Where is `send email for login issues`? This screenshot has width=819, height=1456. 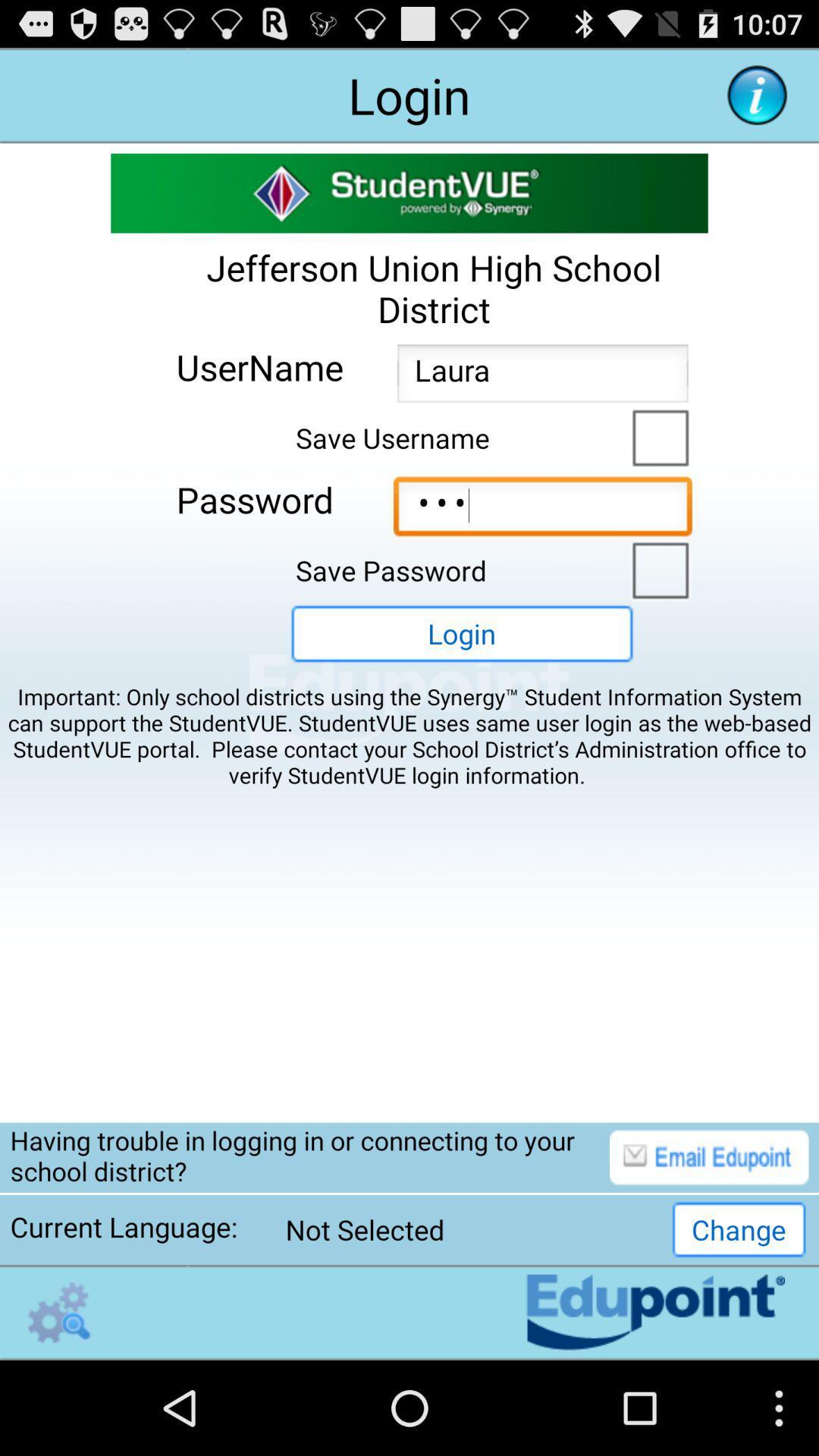
send email for login issues is located at coordinates (709, 1156).